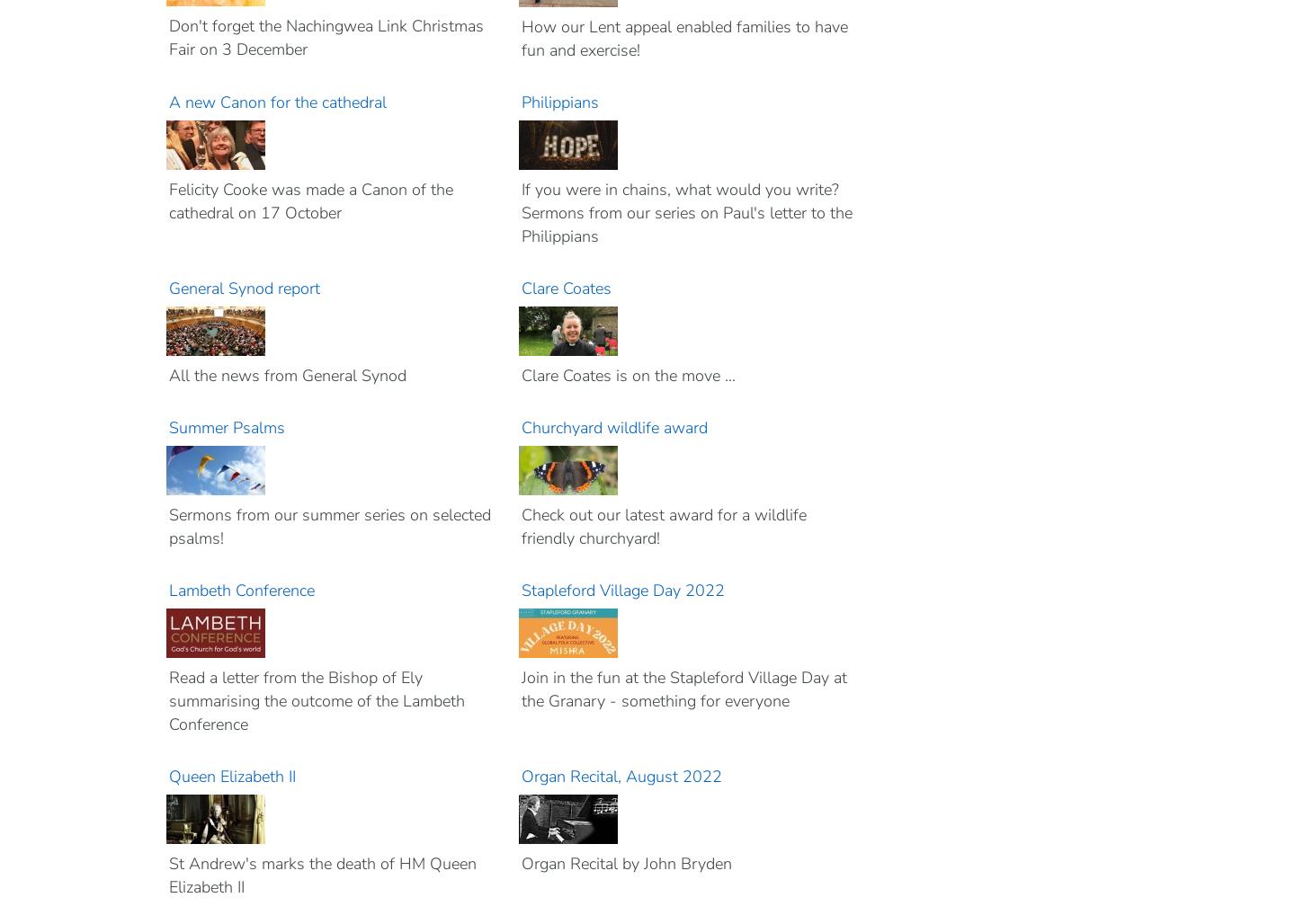  I want to click on 'Join in the fun at the Stapleford Village Day at the Granary - something for everyone', so click(683, 688).